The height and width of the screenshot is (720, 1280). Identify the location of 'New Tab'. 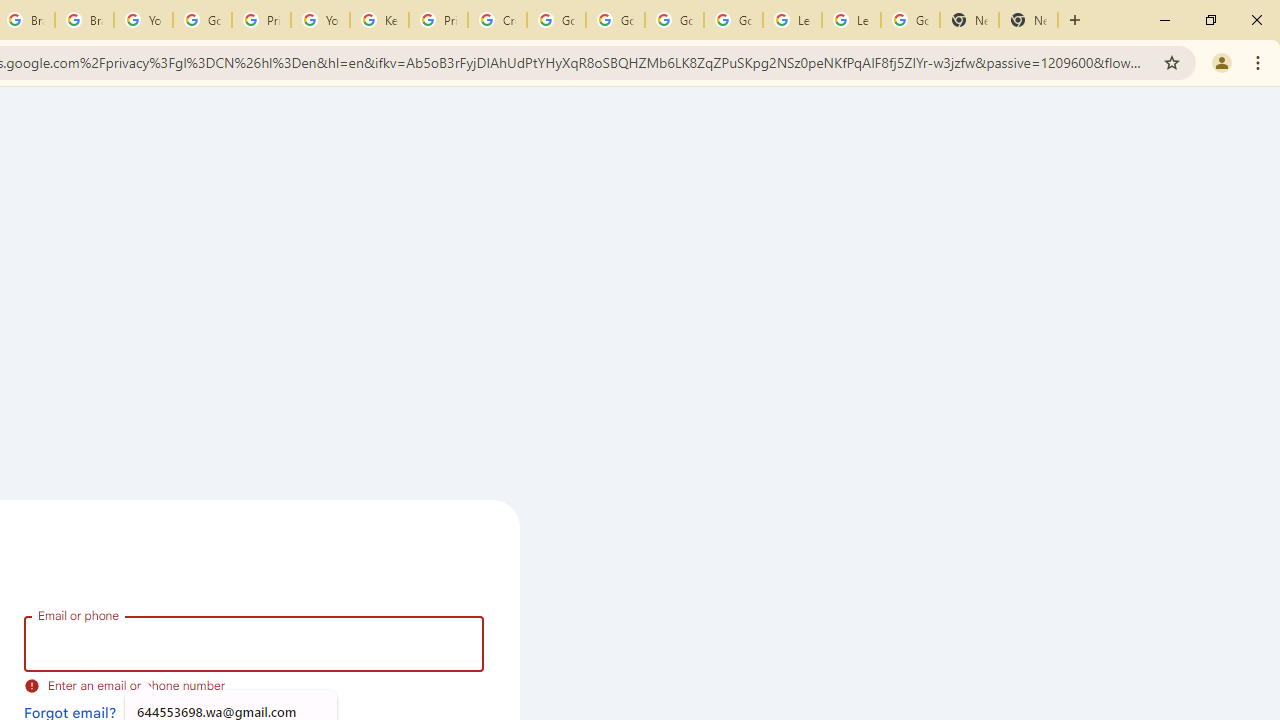
(1028, 20).